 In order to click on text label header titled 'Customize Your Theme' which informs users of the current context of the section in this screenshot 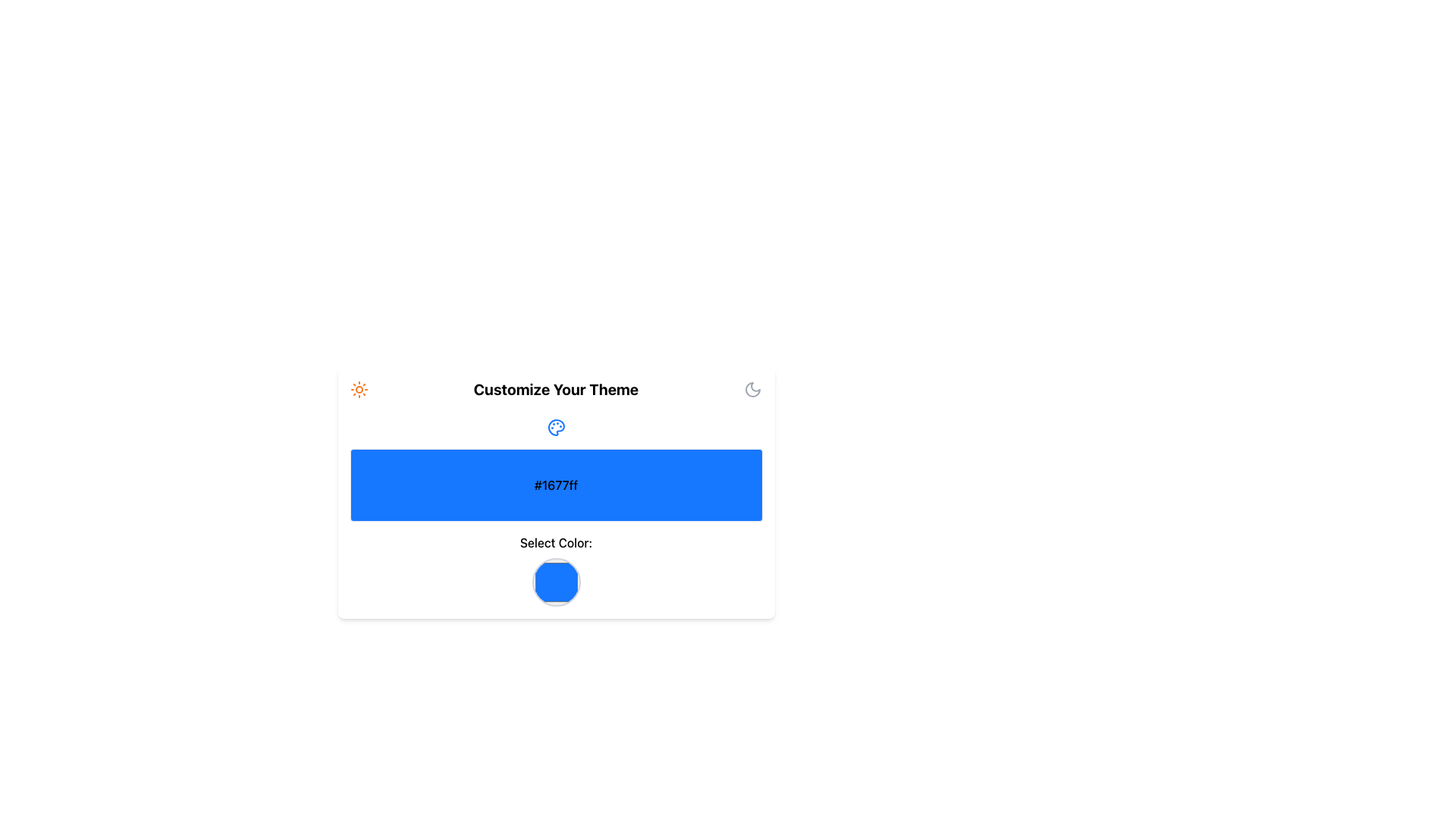, I will do `click(555, 388)`.